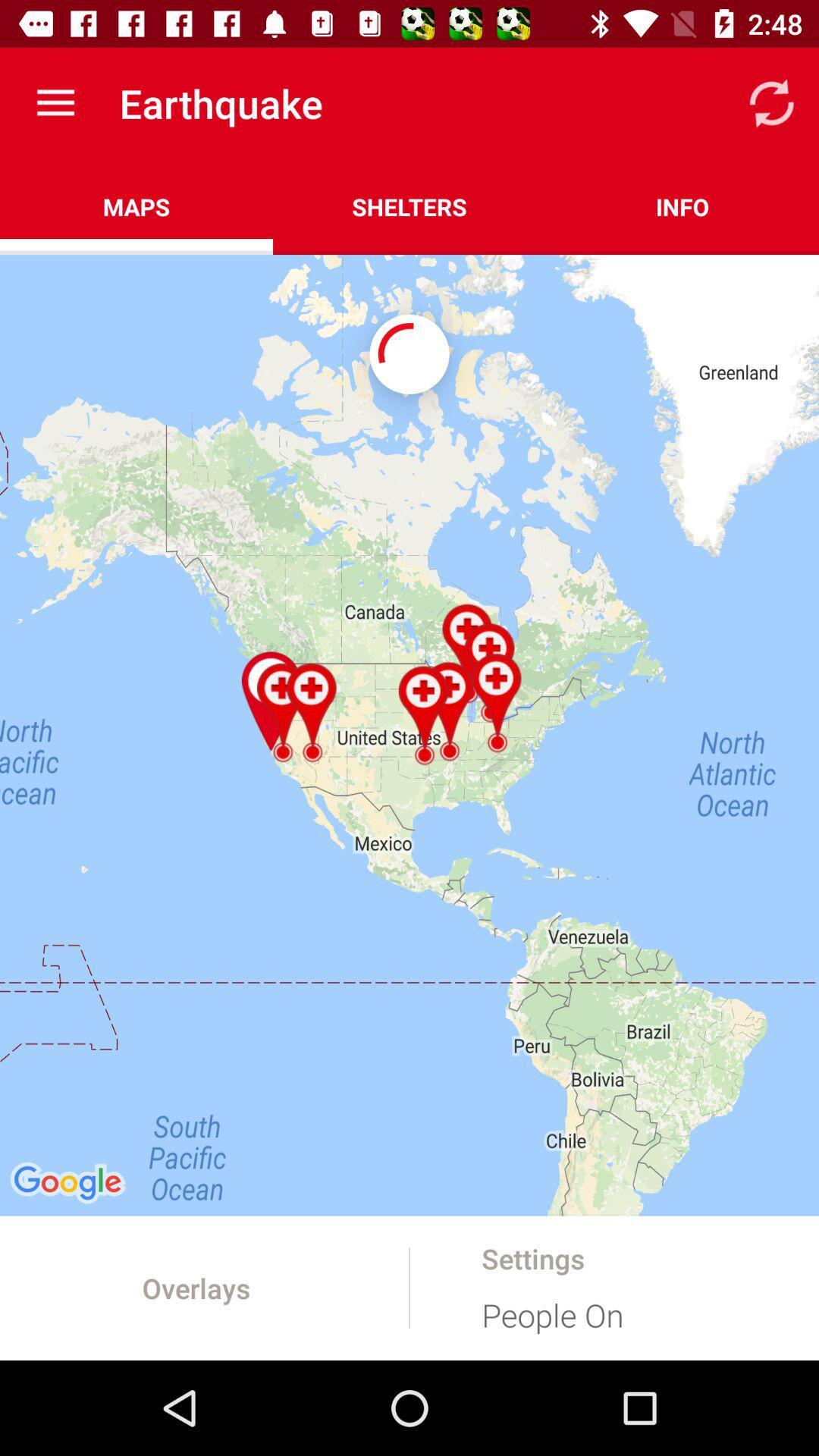  I want to click on icon below the earthquake, so click(409, 206).